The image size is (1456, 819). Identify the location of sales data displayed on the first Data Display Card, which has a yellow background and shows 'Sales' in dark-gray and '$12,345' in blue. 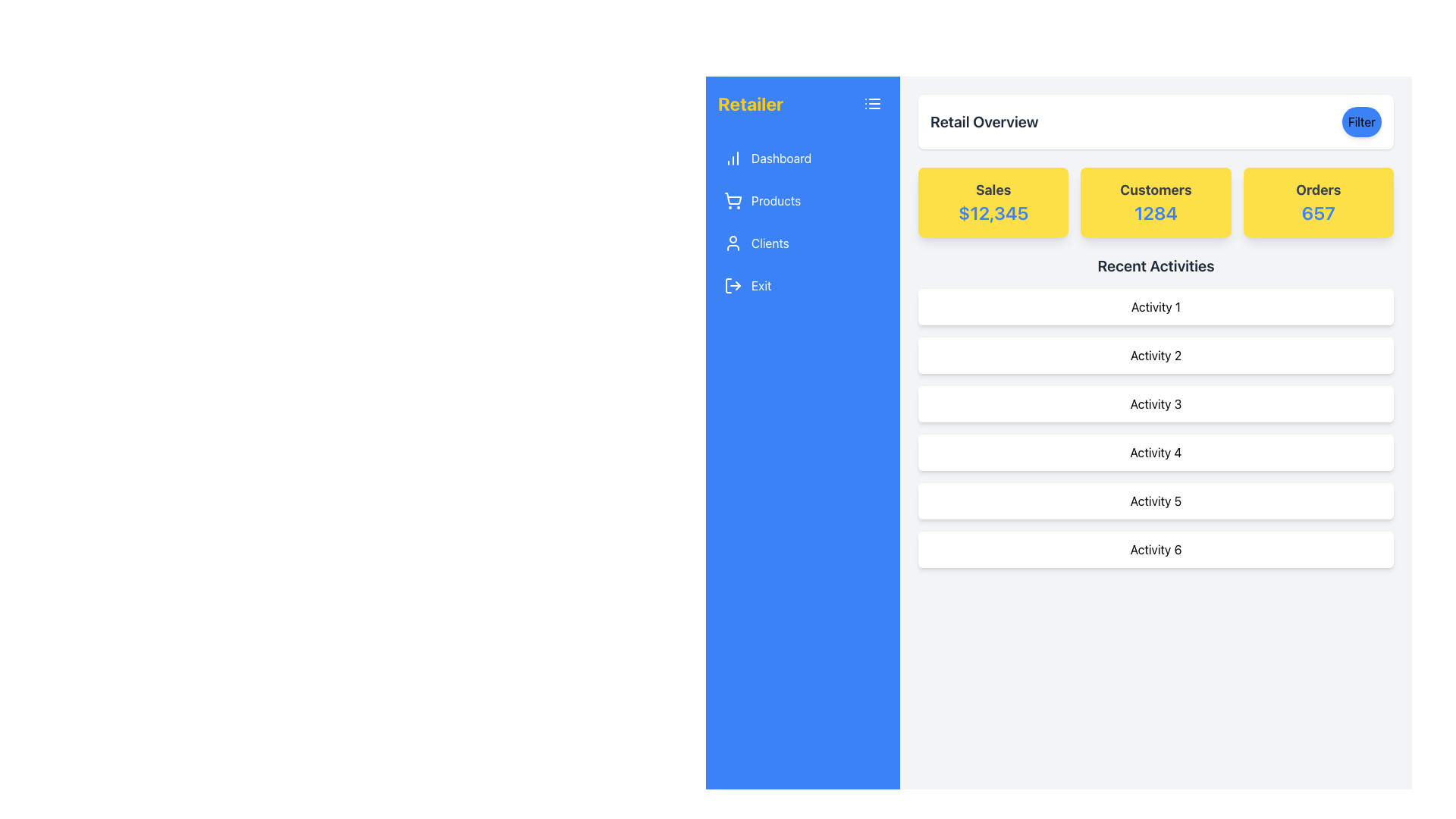
(993, 201).